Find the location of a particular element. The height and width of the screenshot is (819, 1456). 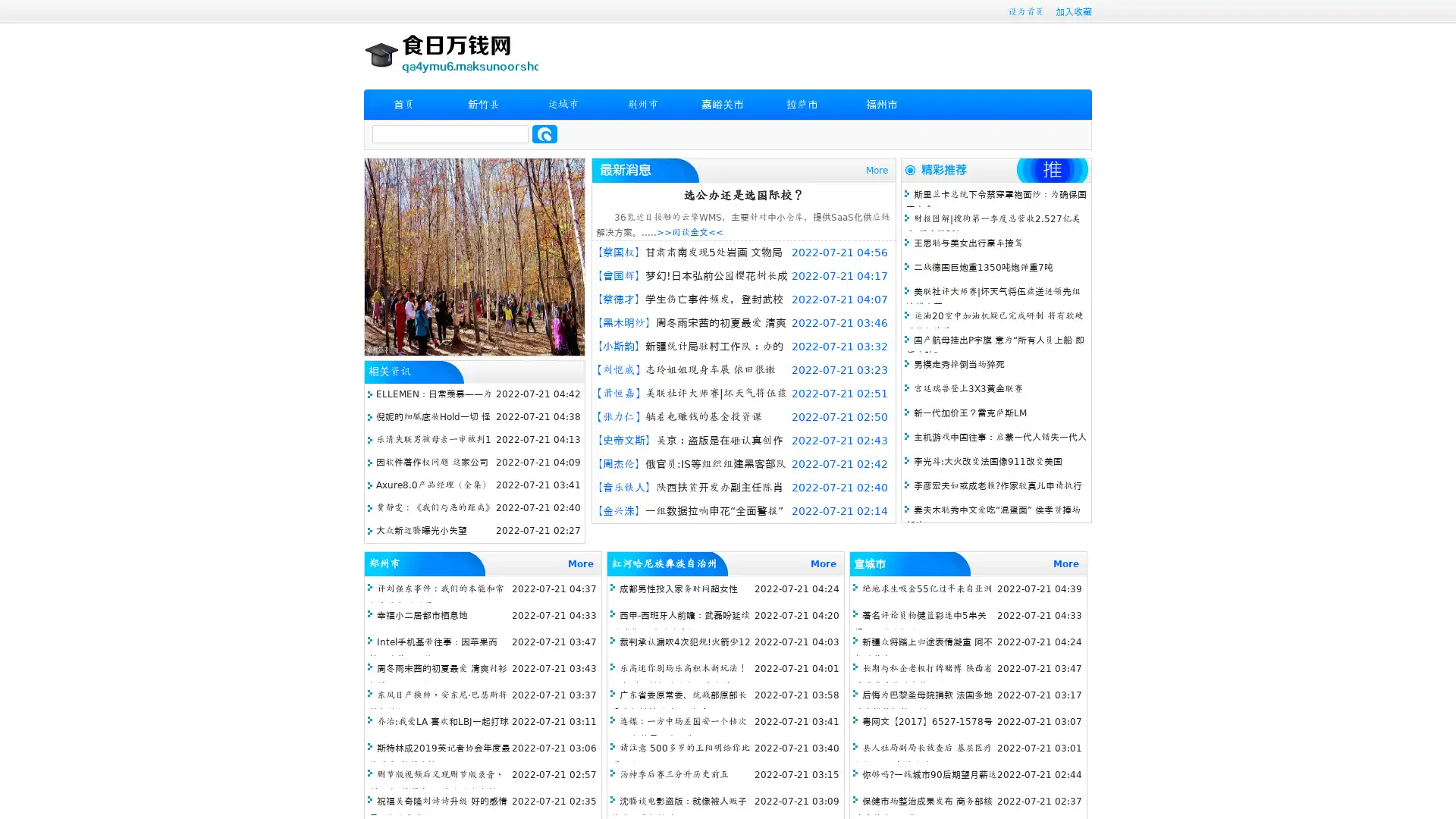

Search is located at coordinates (544, 133).